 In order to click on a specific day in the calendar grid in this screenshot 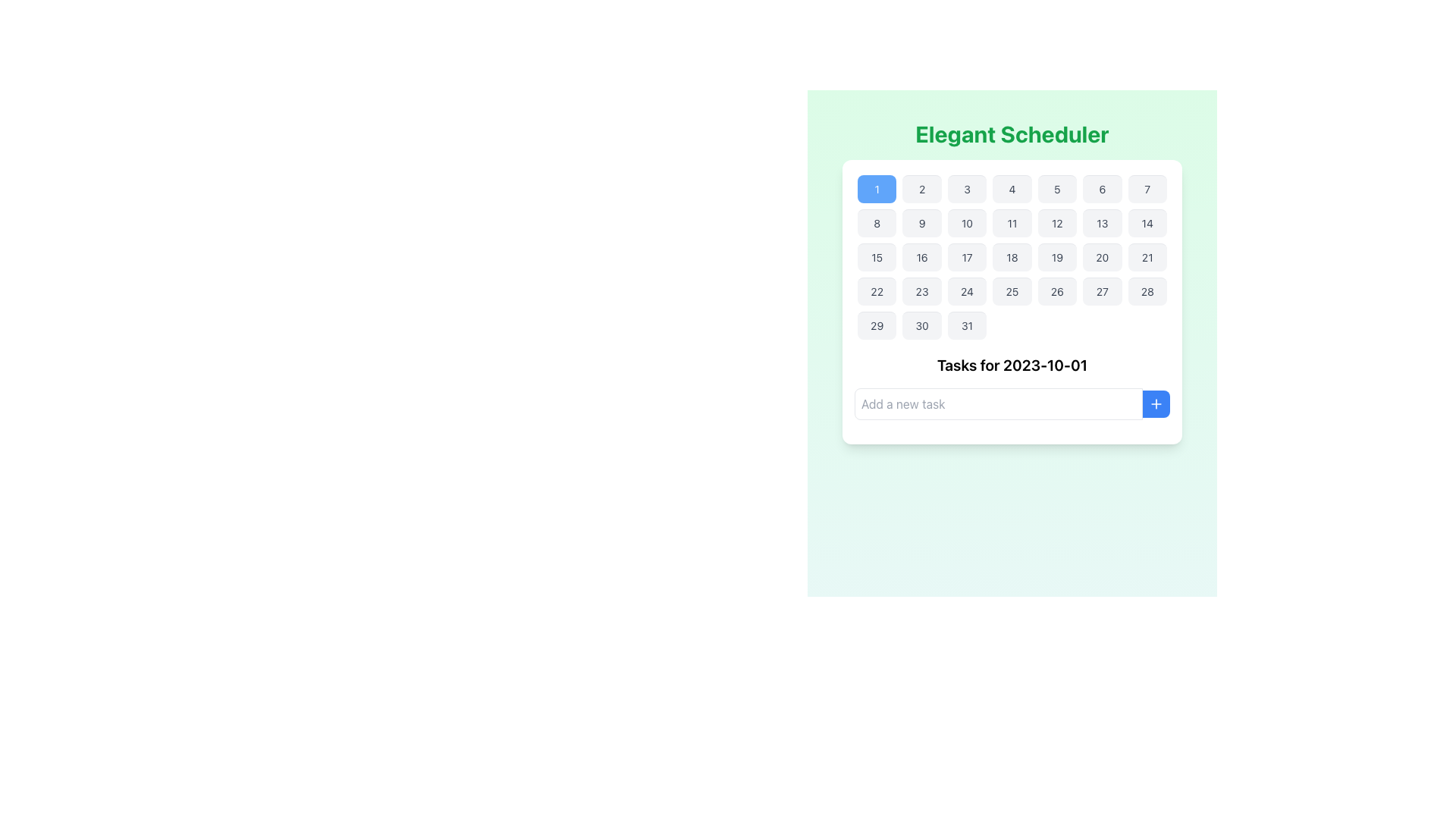, I will do `click(1012, 256)`.